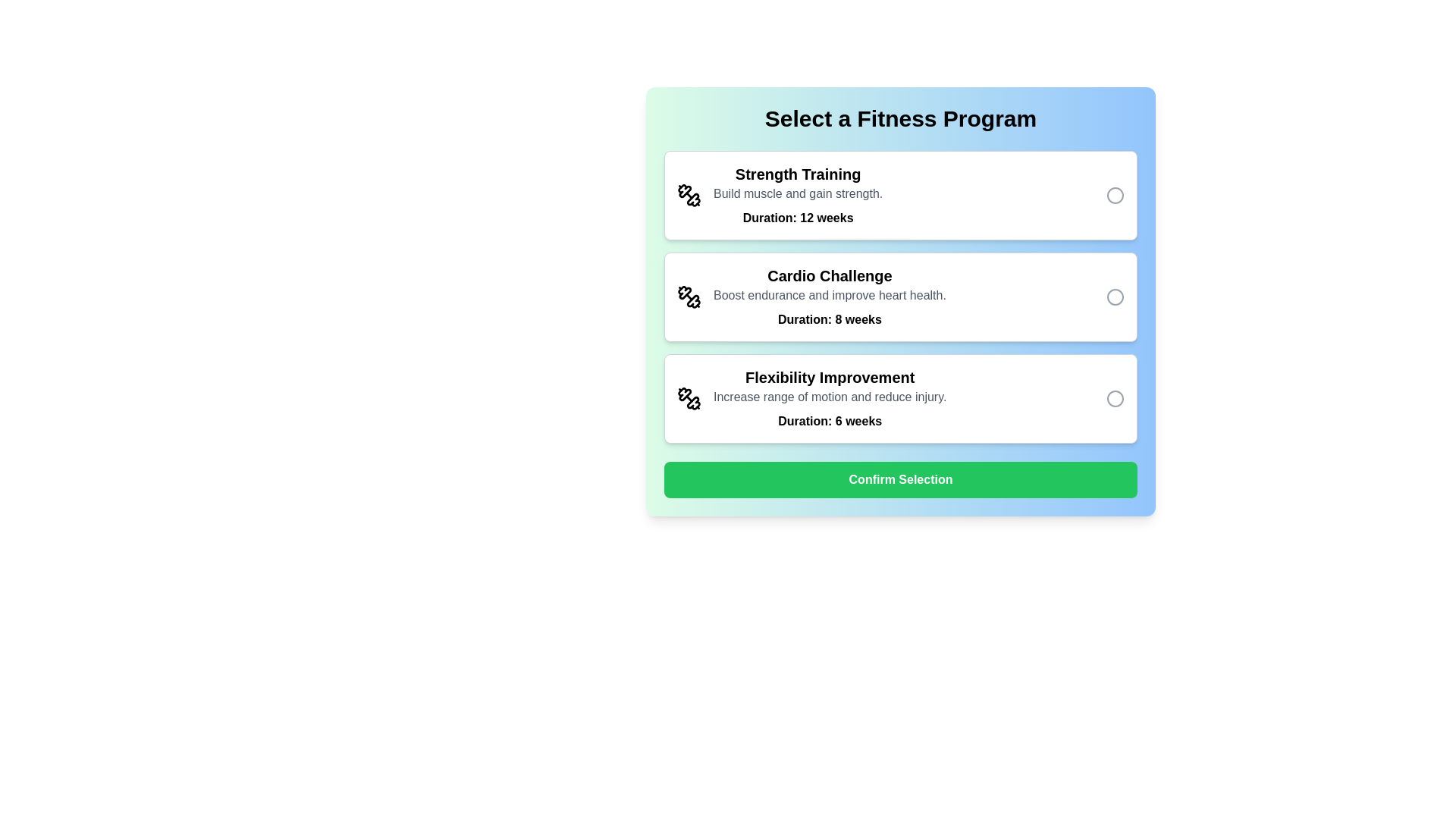 This screenshot has width=1456, height=819. I want to click on the text label displaying 'Boost endurance and improve heart health.' located below the title 'Cardio Challenge' in the fitness programs list, so click(829, 295).